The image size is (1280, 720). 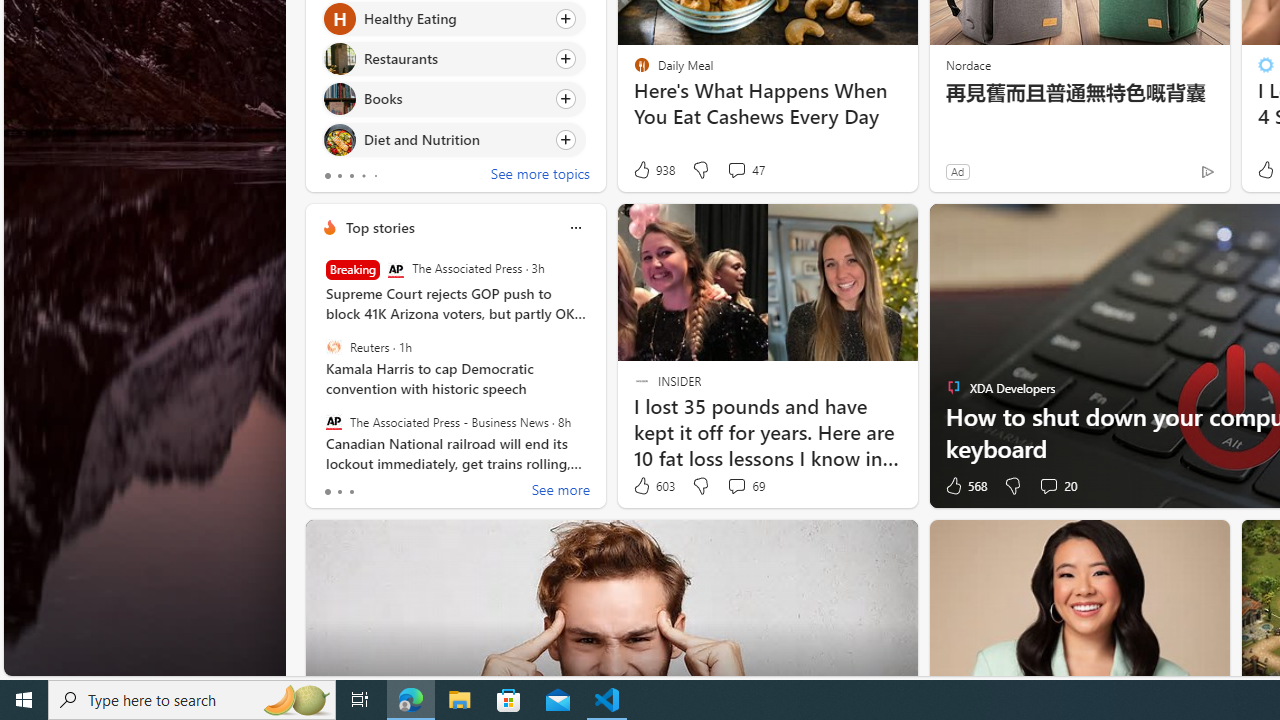 I want to click on 'View comments 20 Comment', so click(x=1056, y=486).